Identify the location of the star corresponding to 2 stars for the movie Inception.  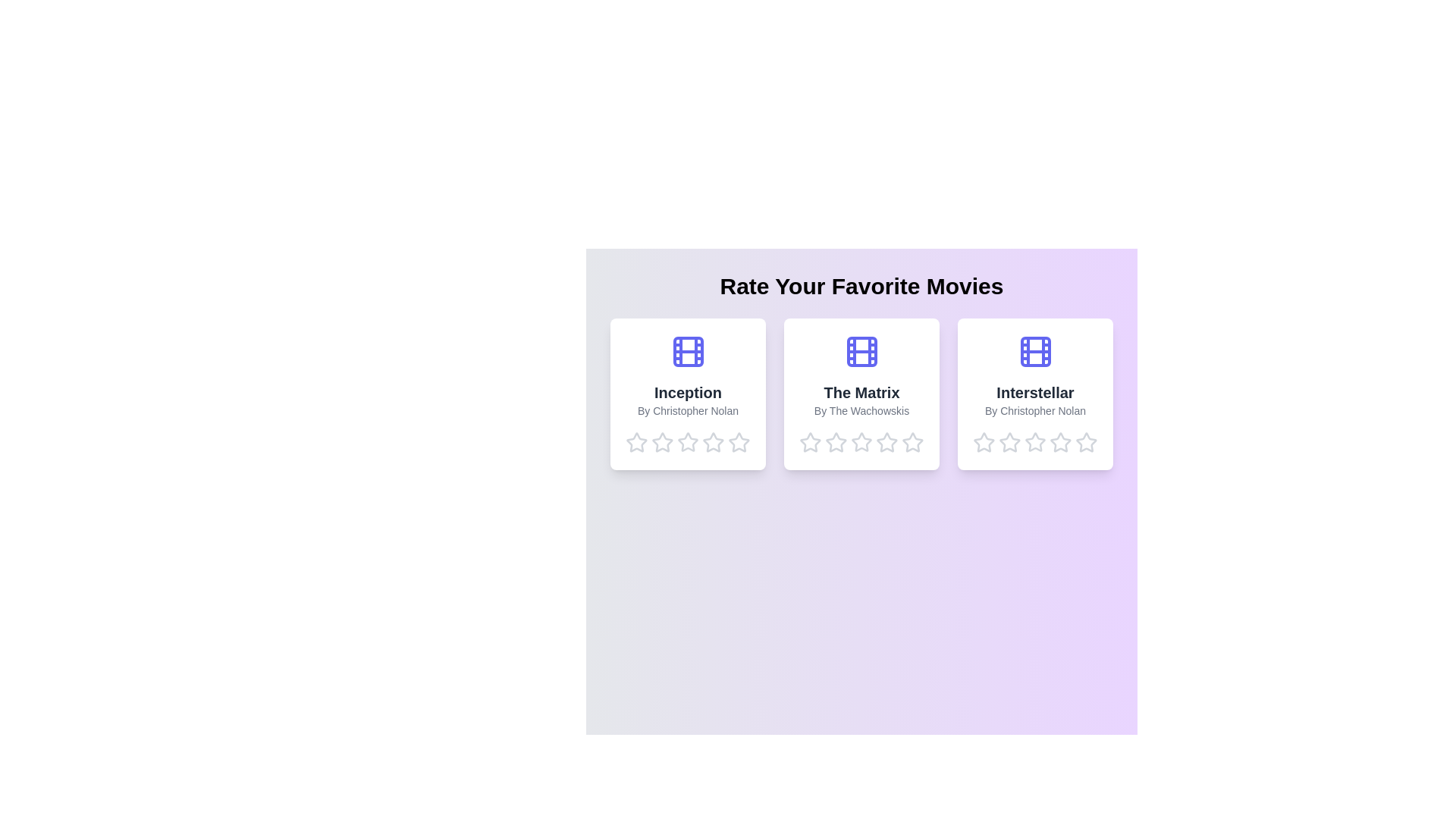
(662, 442).